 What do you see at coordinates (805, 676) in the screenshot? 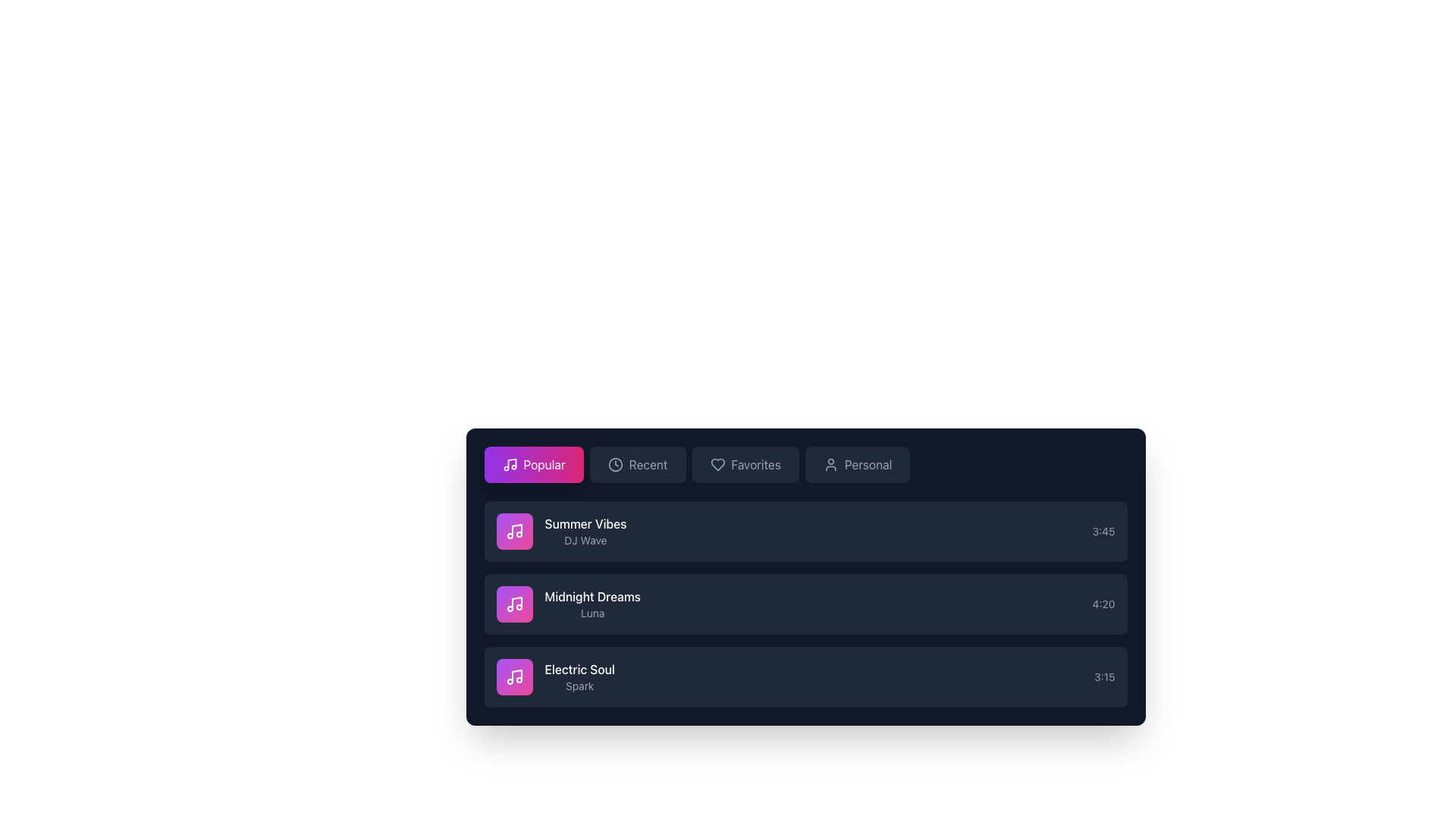
I see `the third list item representing media content titled 'Electric Soul'` at bounding box center [805, 676].